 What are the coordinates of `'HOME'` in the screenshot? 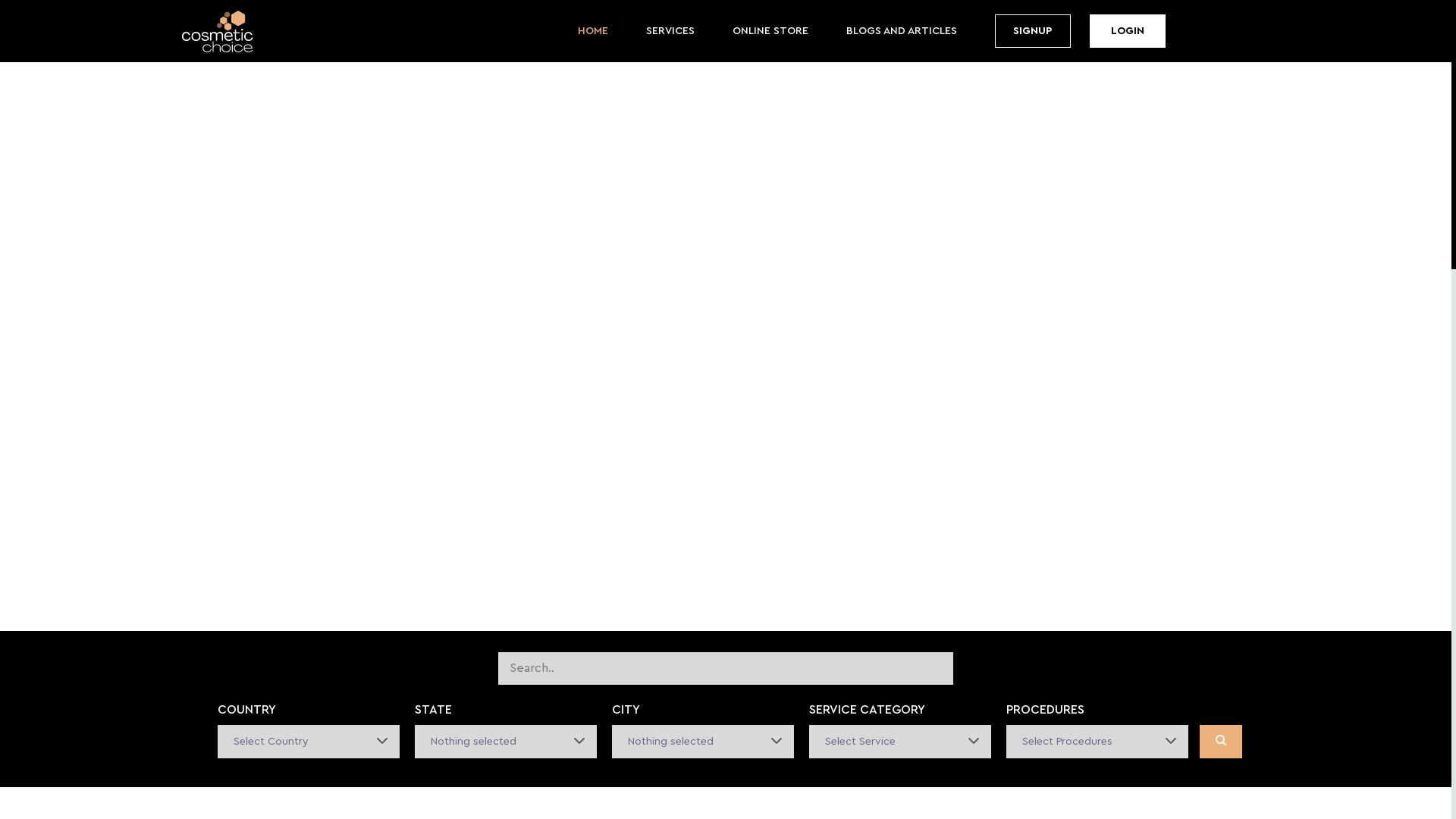 It's located at (577, 31).